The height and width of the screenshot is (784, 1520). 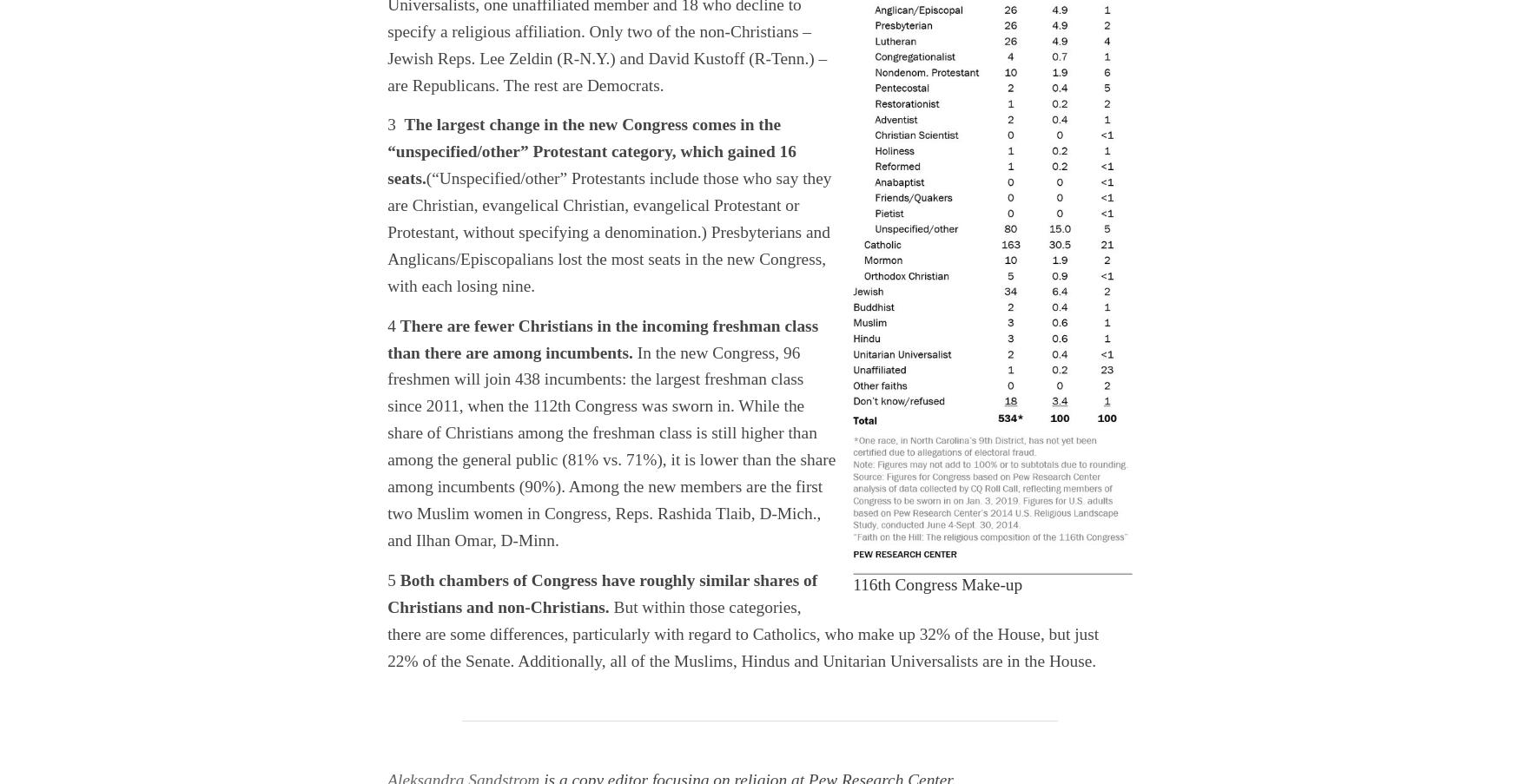 What do you see at coordinates (590, 150) in the screenshot?
I see `'The largest change in the new Congress comes in the “unspecified/other” Protestant category, which gained 16 seats.'` at bounding box center [590, 150].